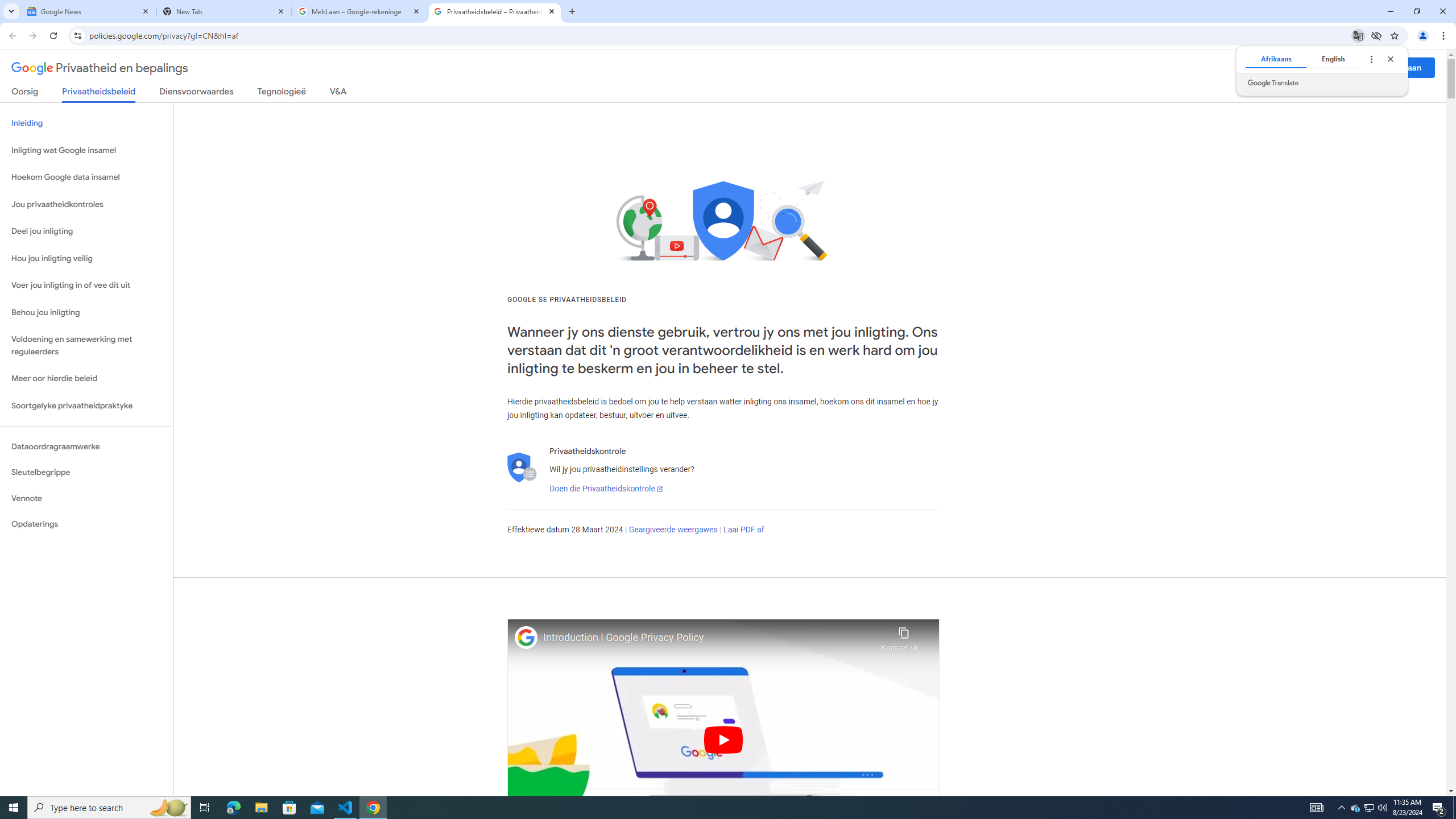 This screenshot has height=819, width=1456. I want to click on 'Soortgelyke privaatheidpraktyke', so click(86, 405).